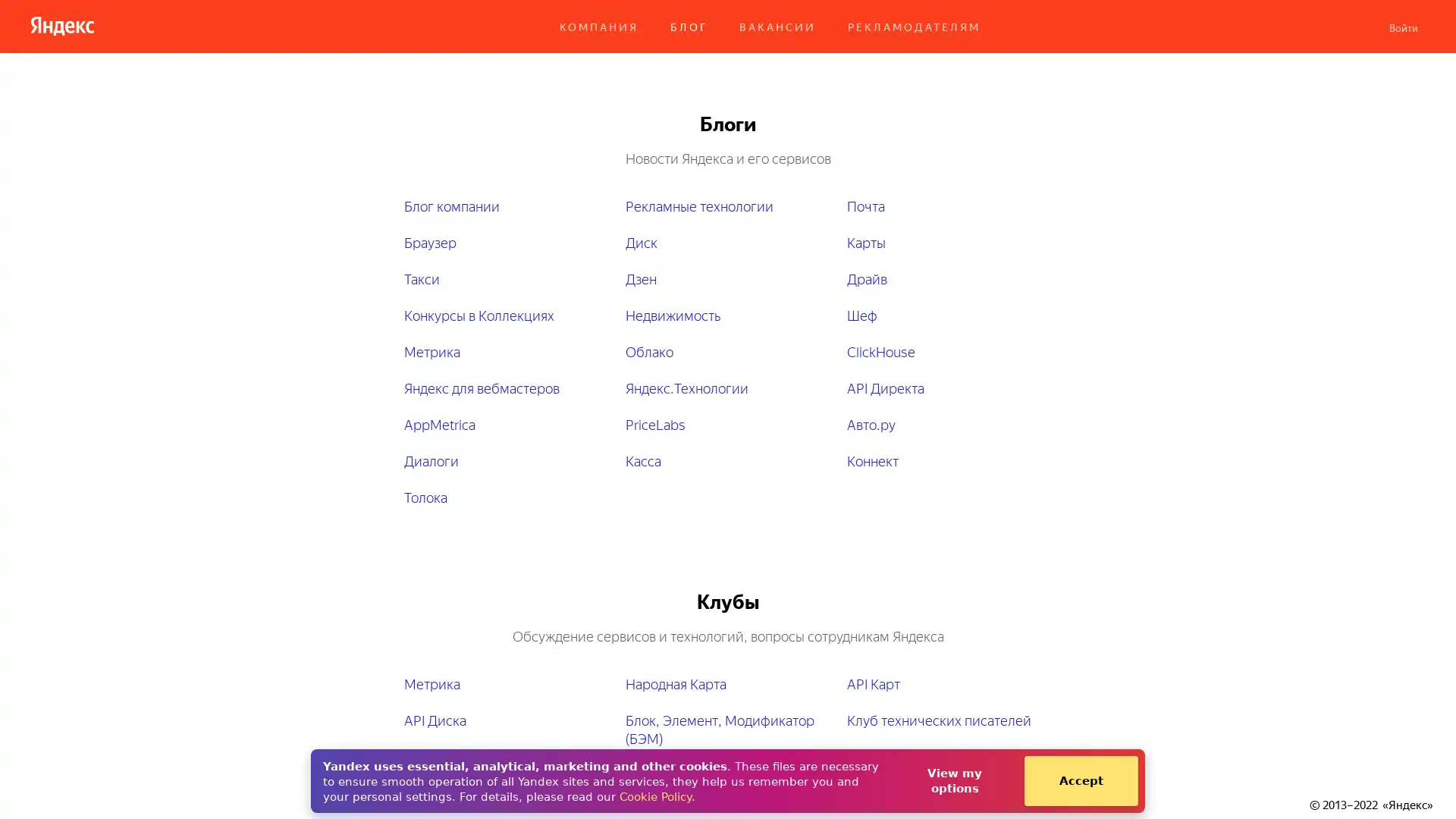 This screenshot has height=819, width=1456. What do you see at coordinates (953, 780) in the screenshot?
I see `View my options` at bounding box center [953, 780].